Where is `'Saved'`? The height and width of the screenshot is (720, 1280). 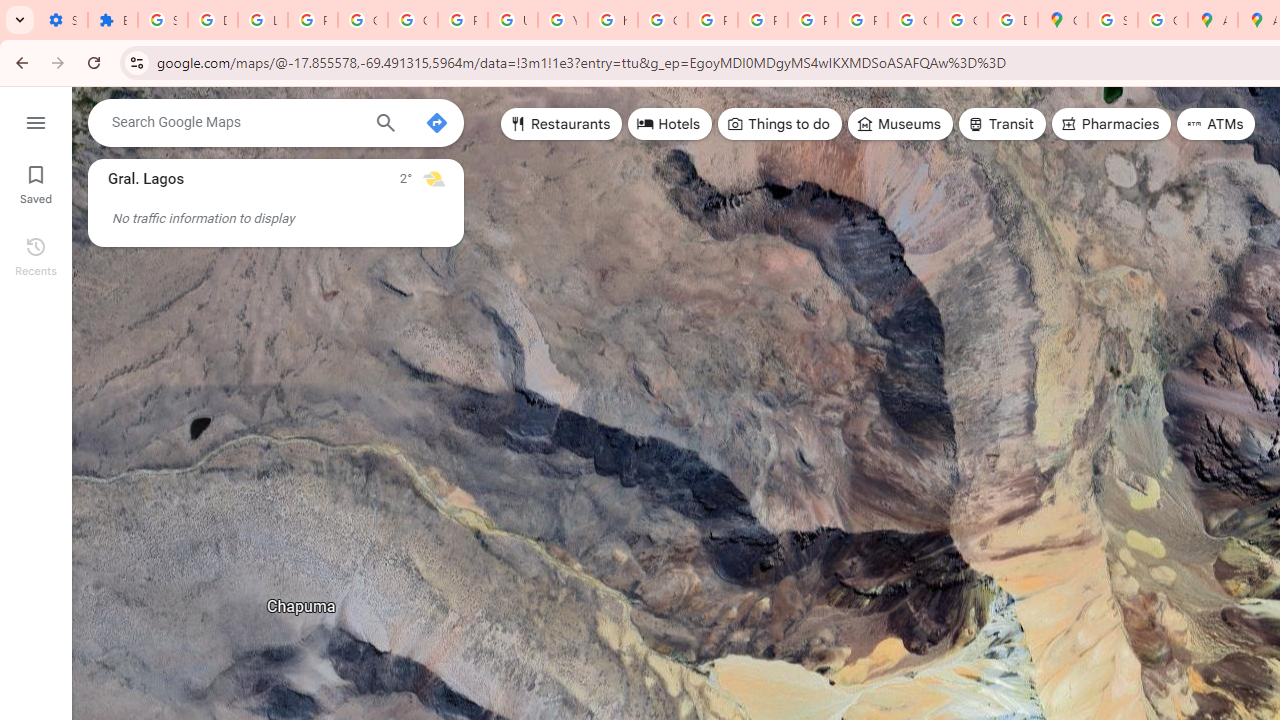 'Saved' is located at coordinates (35, 182).